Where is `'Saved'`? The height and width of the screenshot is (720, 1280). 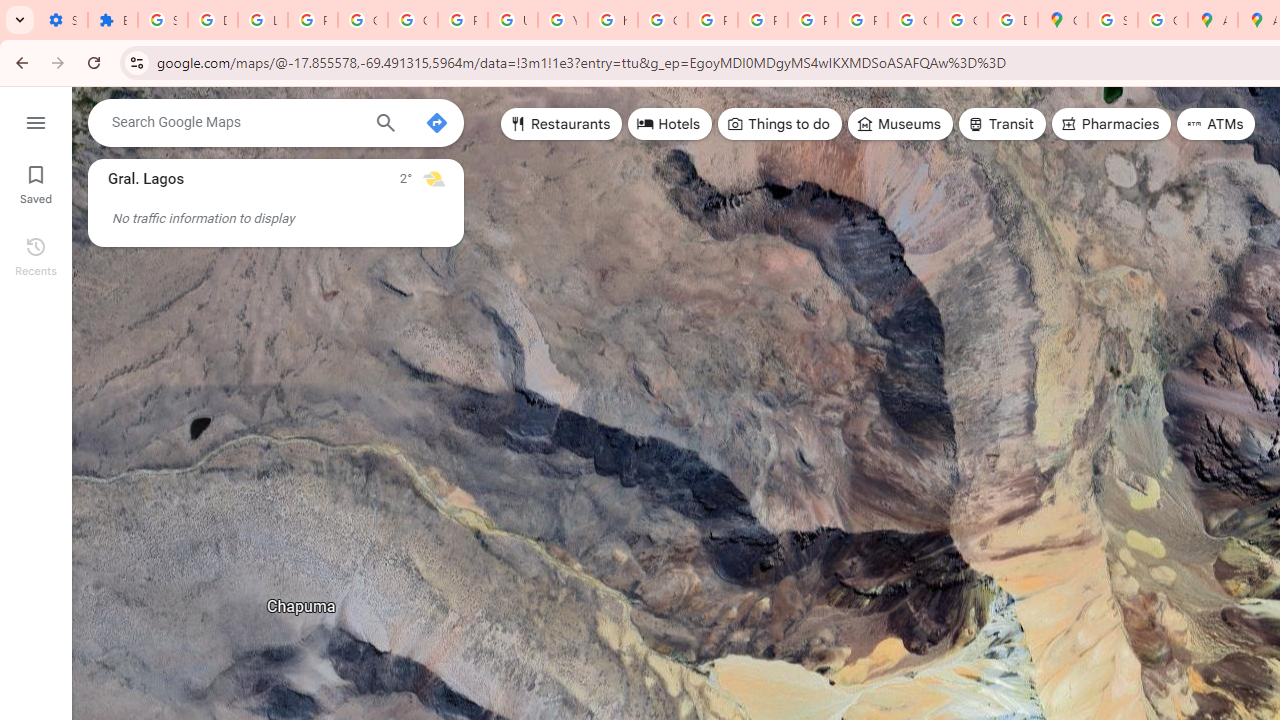 'Saved' is located at coordinates (35, 182).